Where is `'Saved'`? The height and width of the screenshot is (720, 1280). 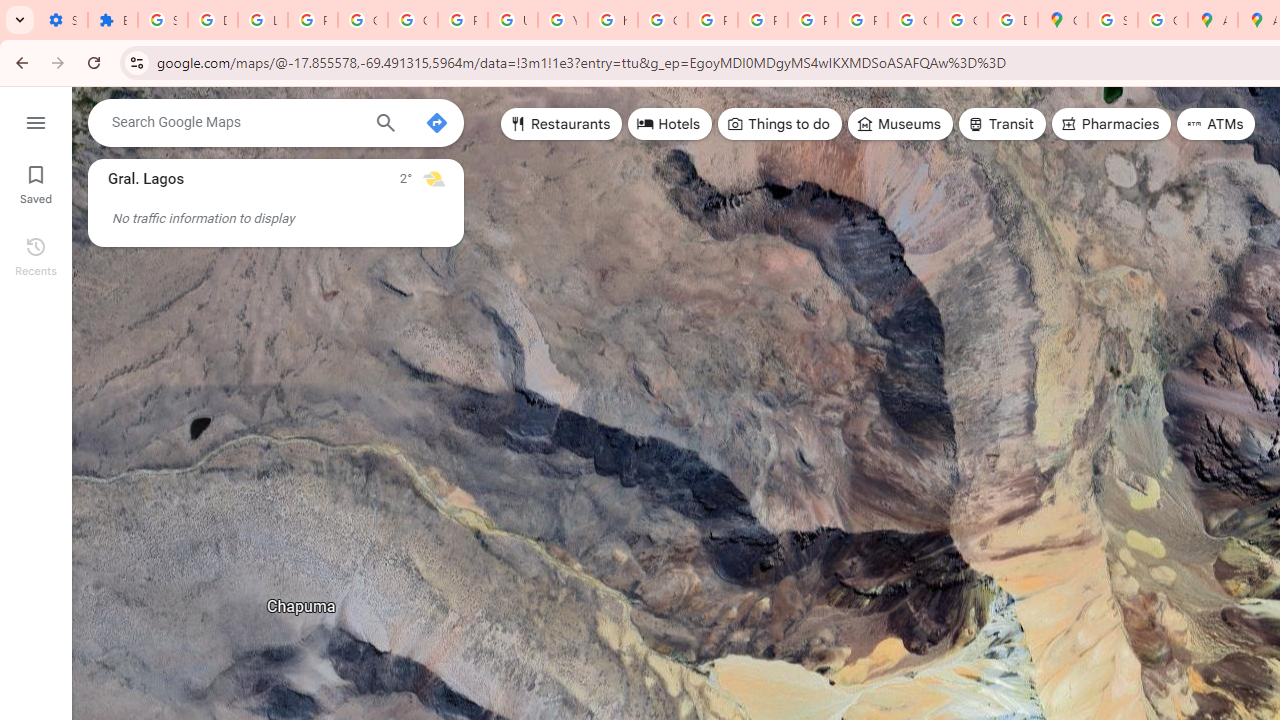 'Saved' is located at coordinates (35, 182).